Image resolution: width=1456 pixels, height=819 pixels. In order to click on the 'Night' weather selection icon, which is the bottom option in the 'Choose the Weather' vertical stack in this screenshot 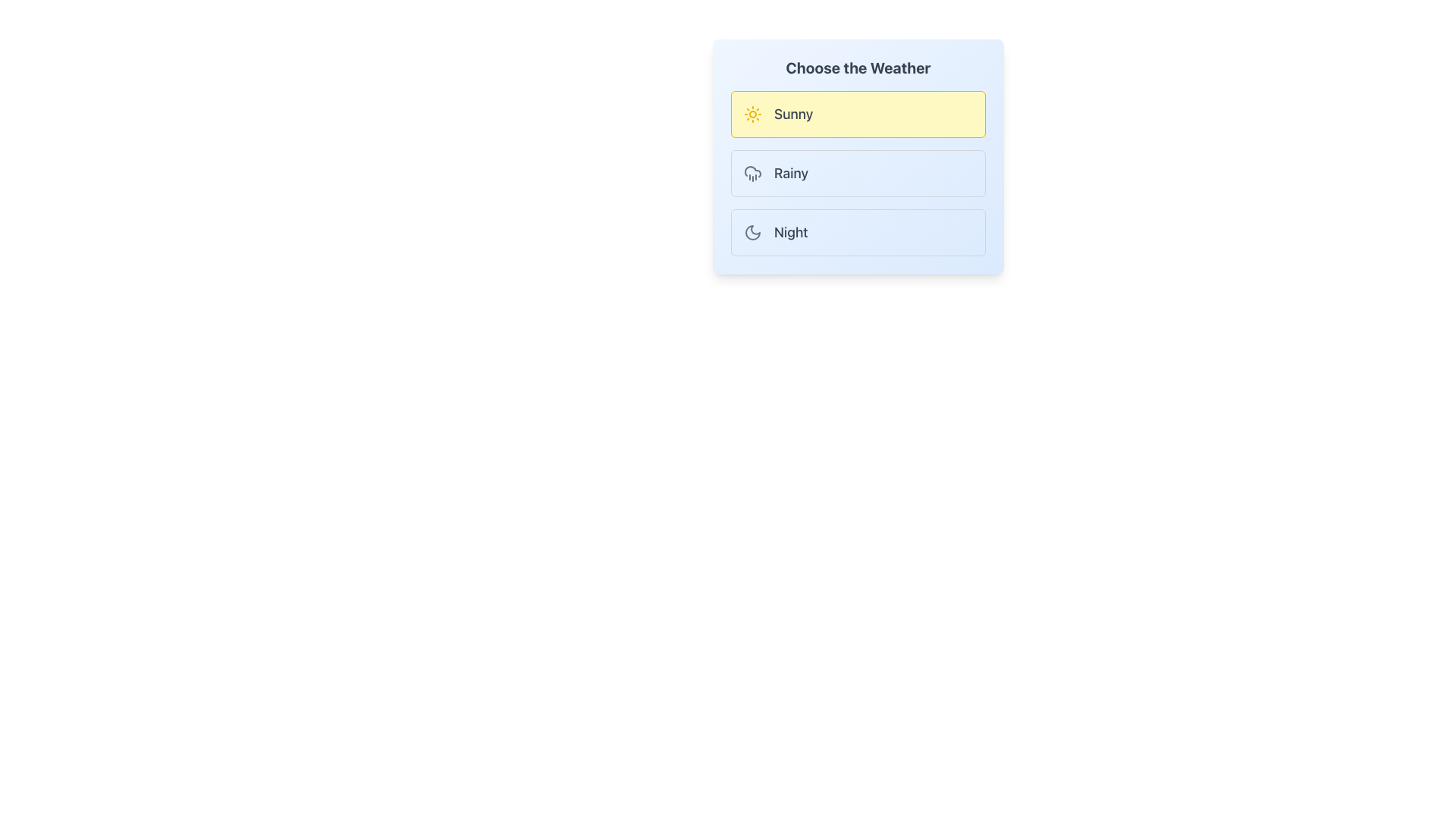, I will do `click(753, 233)`.